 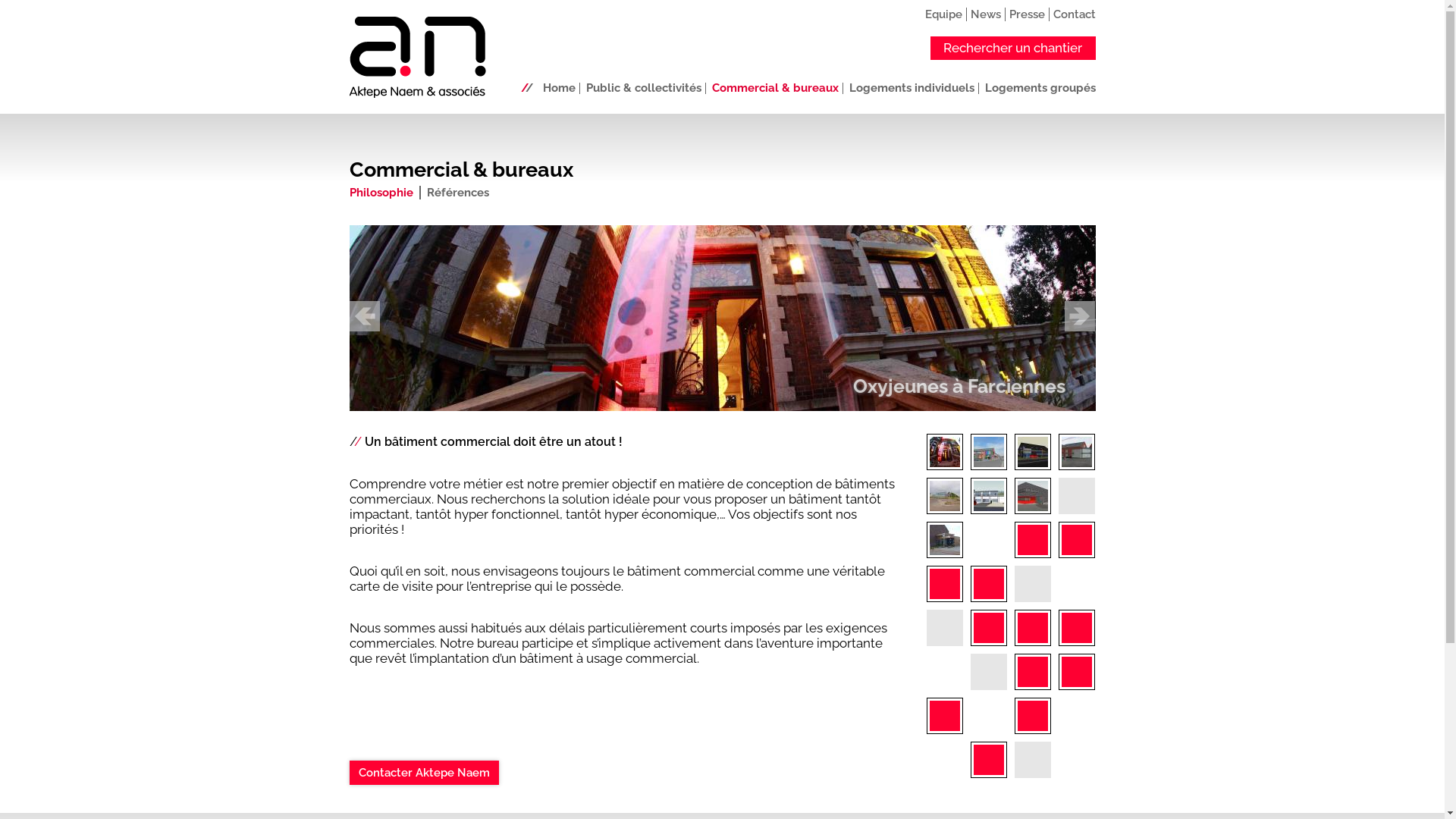 What do you see at coordinates (348, 192) in the screenshot?
I see `'Philosophie'` at bounding box center [348, 192].